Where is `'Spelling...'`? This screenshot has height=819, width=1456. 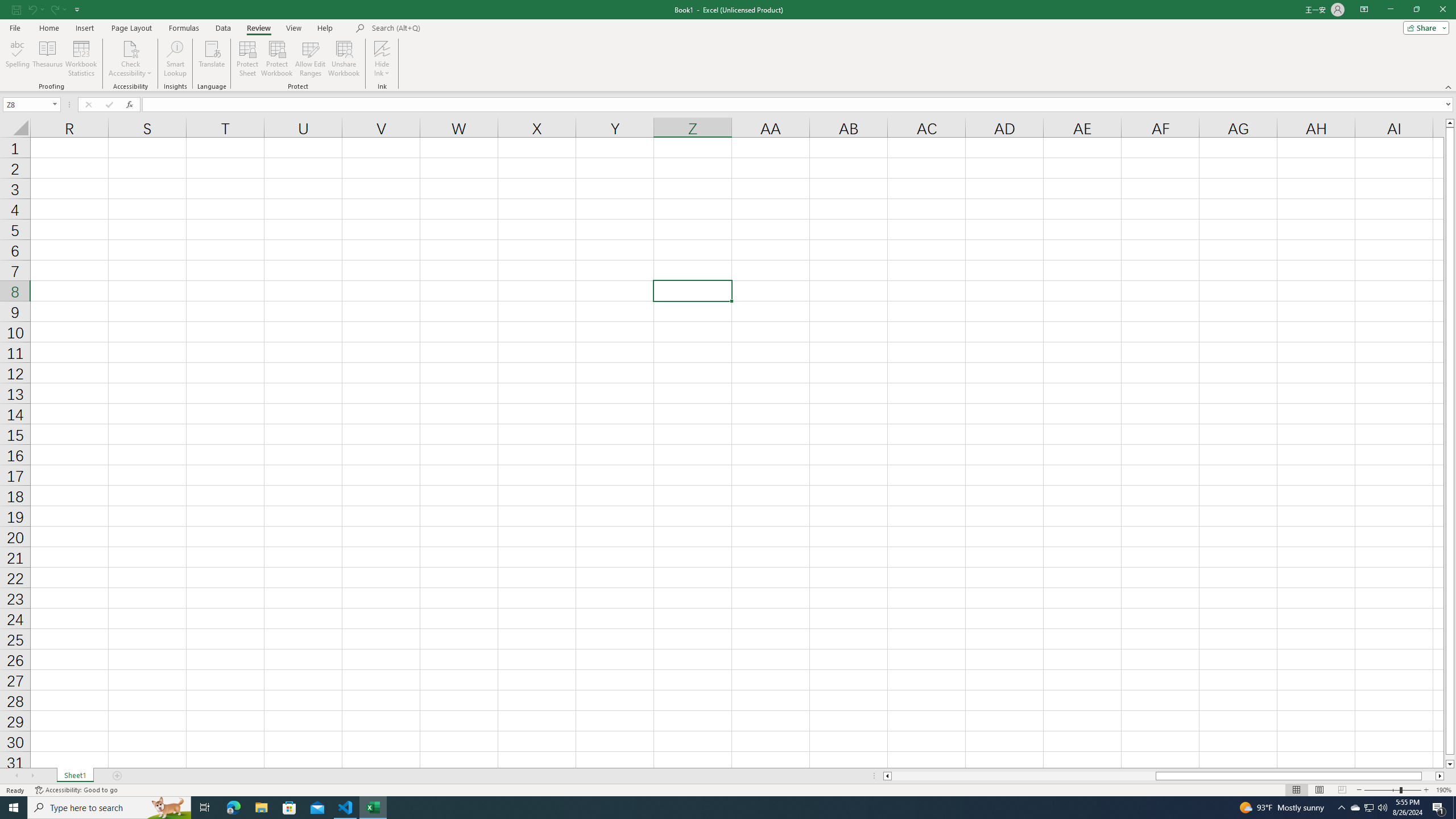
'Spelling...' is located at coordinates (16, 59).